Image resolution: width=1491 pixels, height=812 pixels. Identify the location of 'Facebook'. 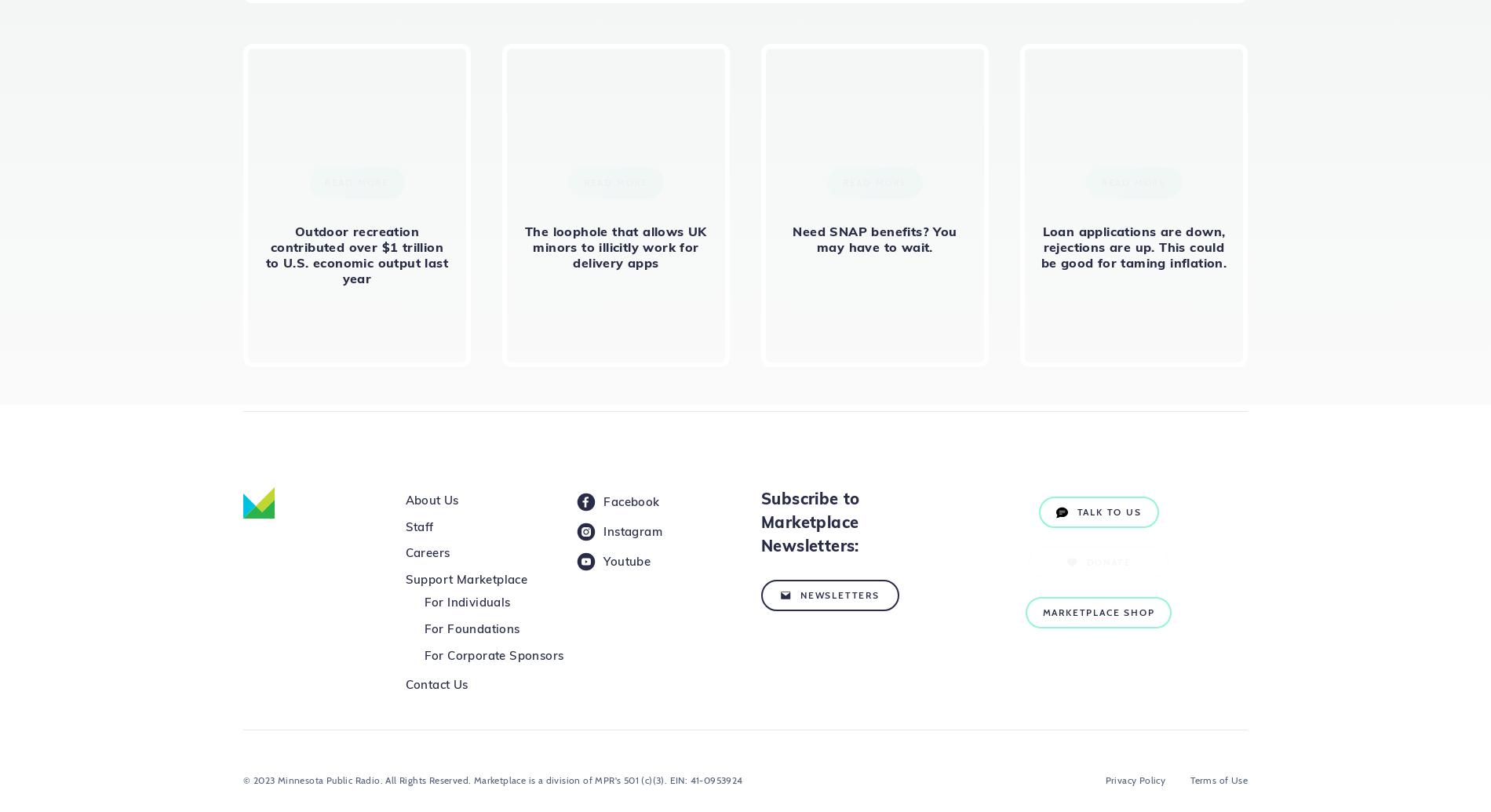
(630, 501).